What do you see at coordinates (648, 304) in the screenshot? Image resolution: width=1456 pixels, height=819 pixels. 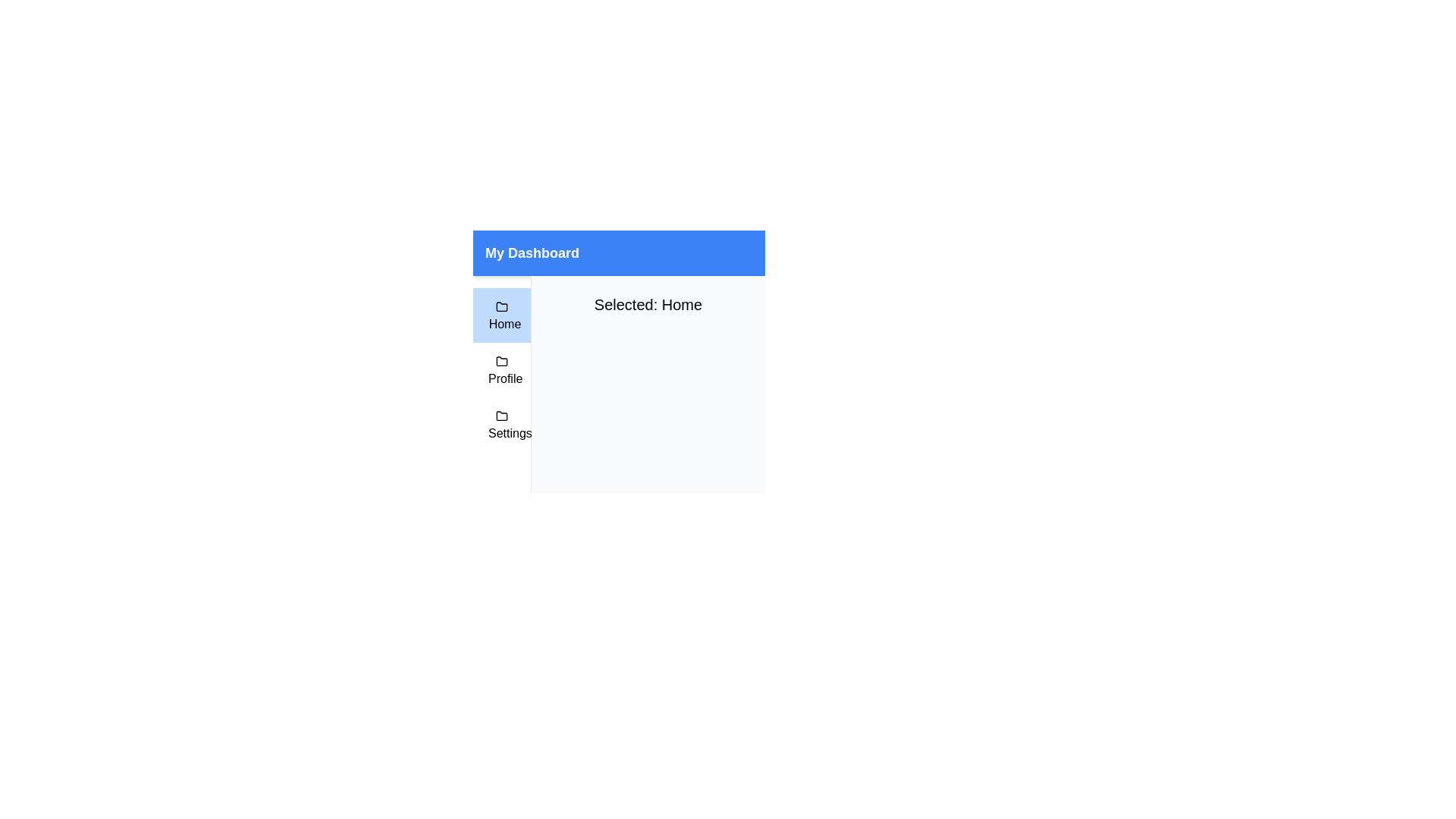 I see `the text block displaying 'Selected: Home', which is located to the right of the blue sidebar menu` at bounding box center [648, 304].